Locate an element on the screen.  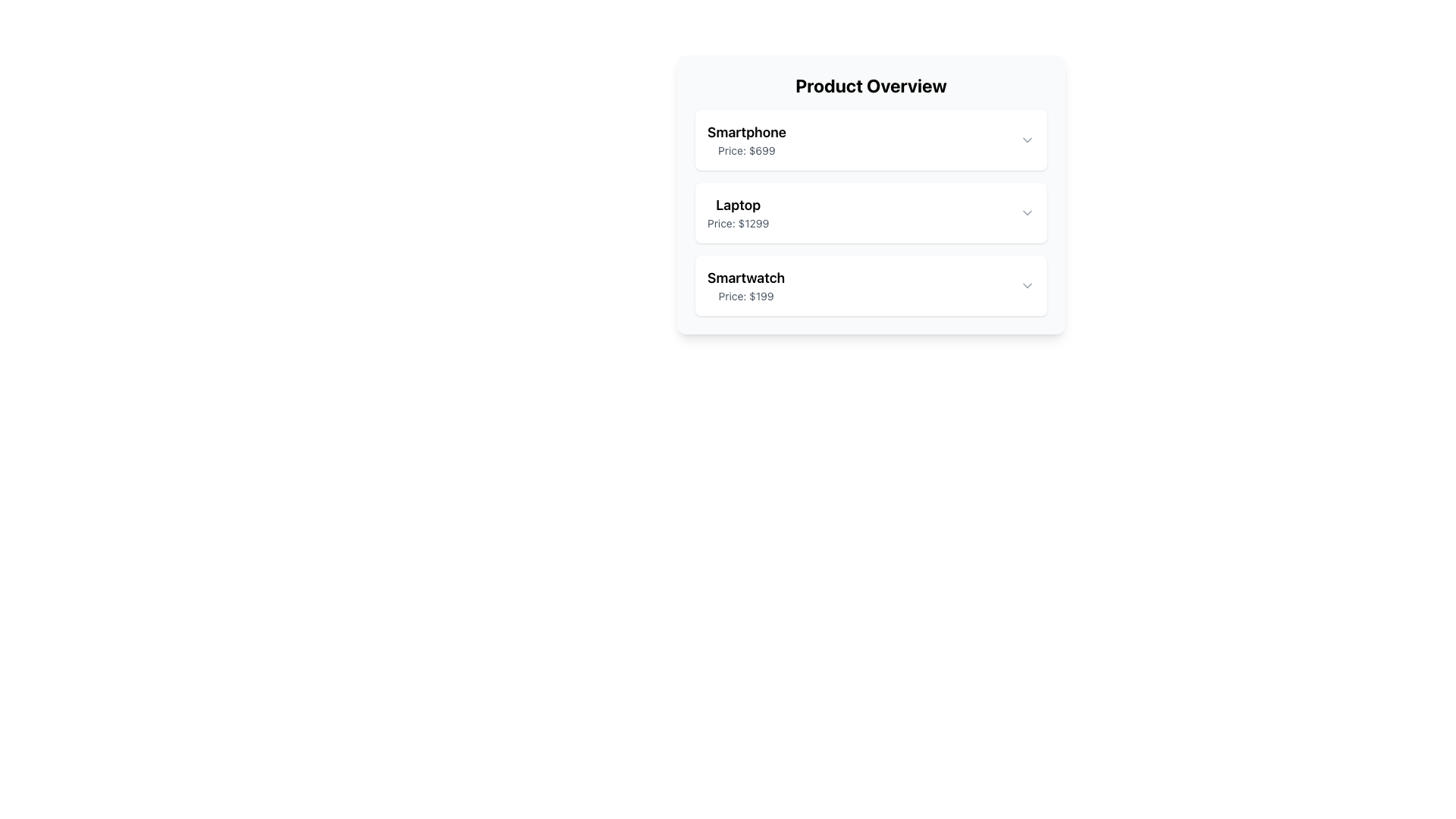
the 'Smartwatch' product card, which includes a bold title and price details is located at coordinates (871, 286).